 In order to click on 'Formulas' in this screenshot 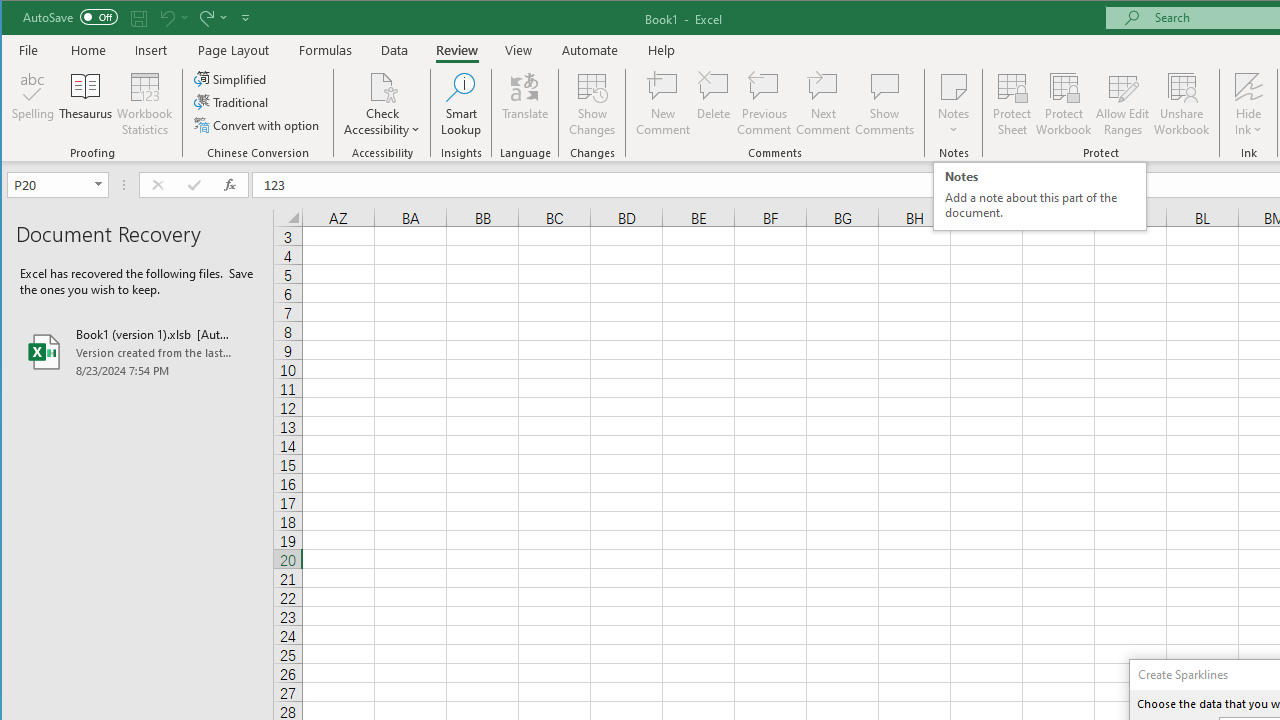, I will do `click(326, 49)`.